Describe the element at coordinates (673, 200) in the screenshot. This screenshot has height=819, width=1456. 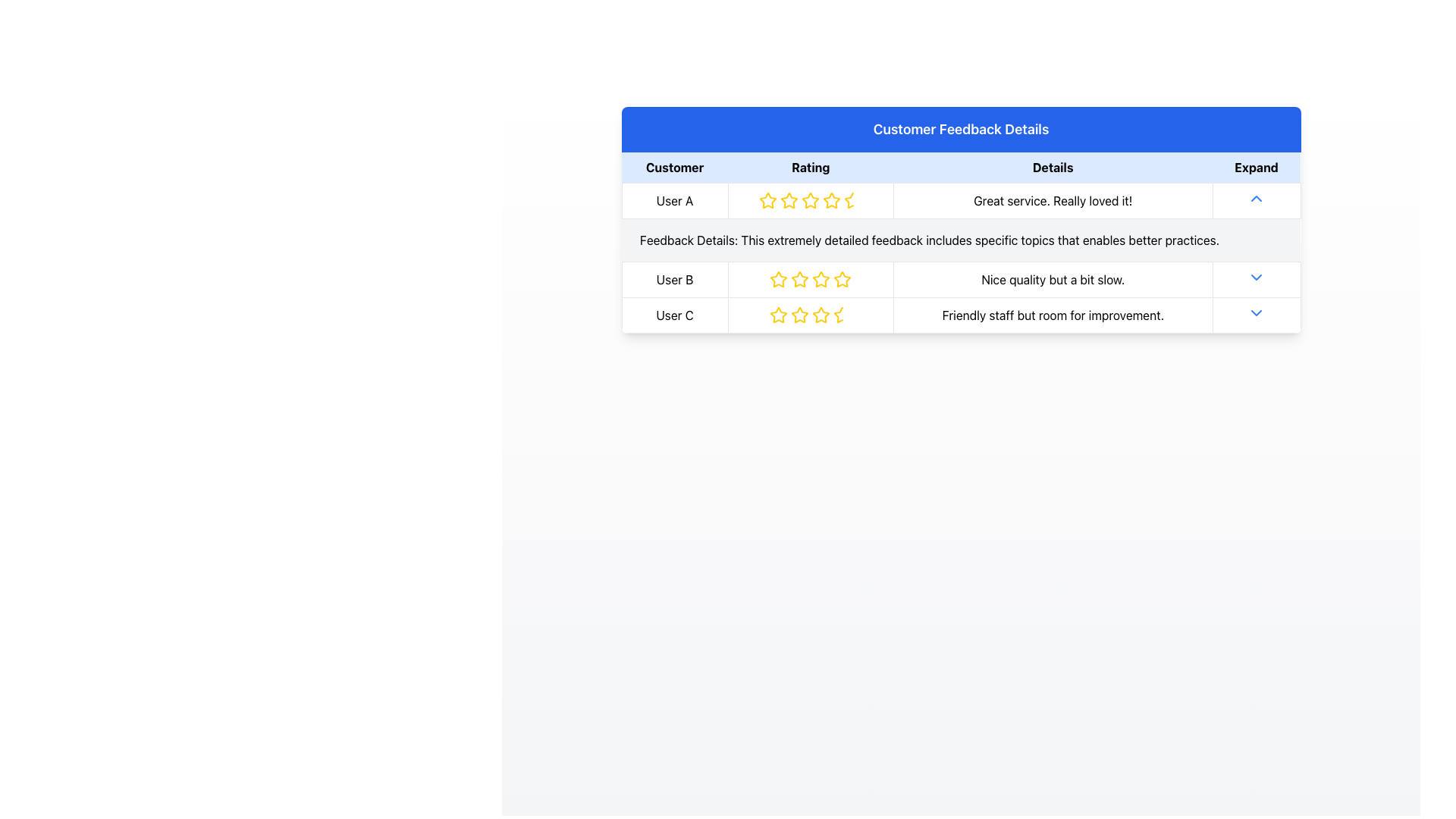
I see `the text label displaying 'User A' located in the first column under the 'Customer' header in the table` at that location.